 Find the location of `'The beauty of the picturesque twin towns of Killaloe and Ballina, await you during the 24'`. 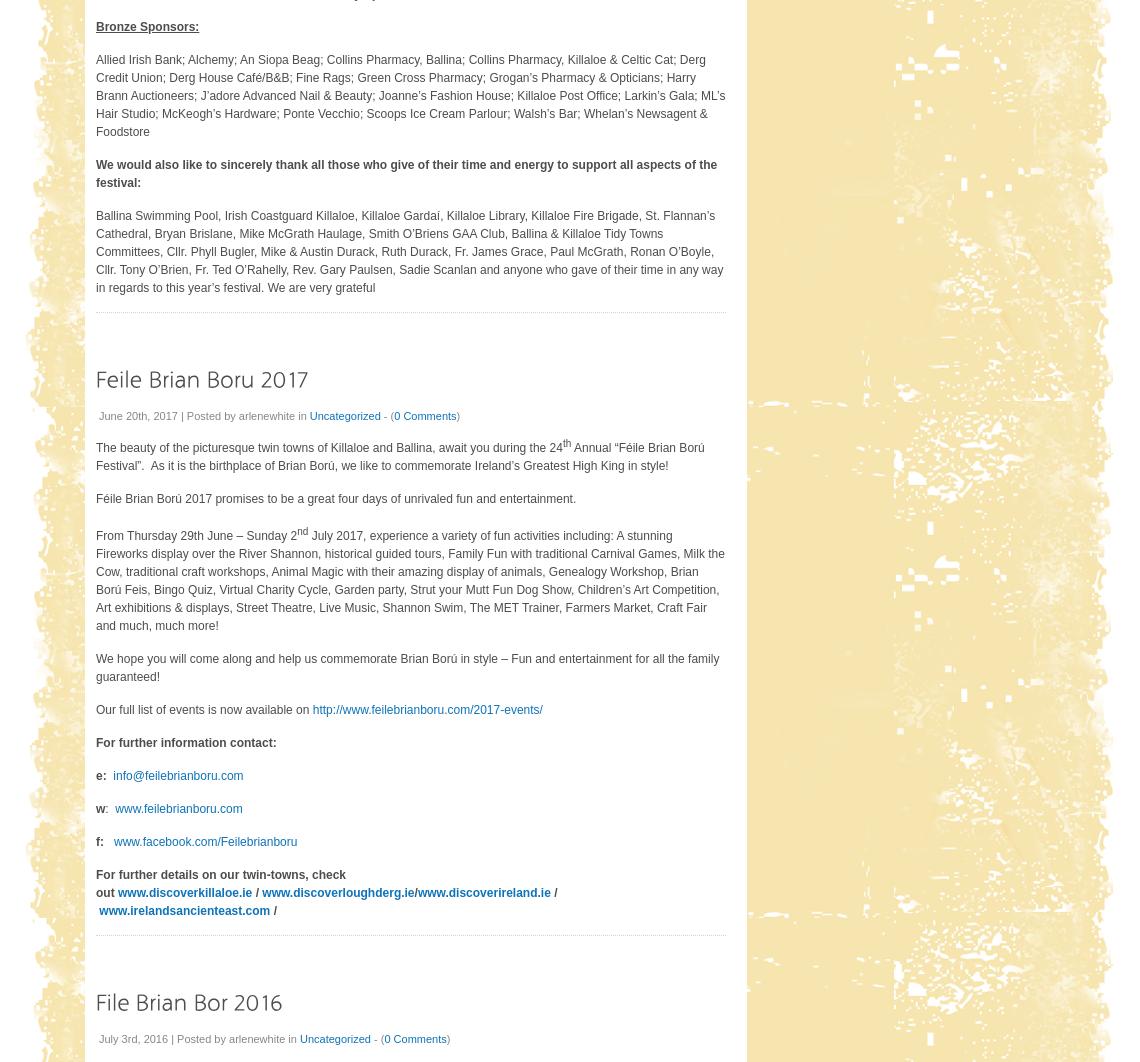

'The beauty of the picturesque twin towns of Killaloe and Ballina, await you during the 24' is located at coordinates (329, 445).